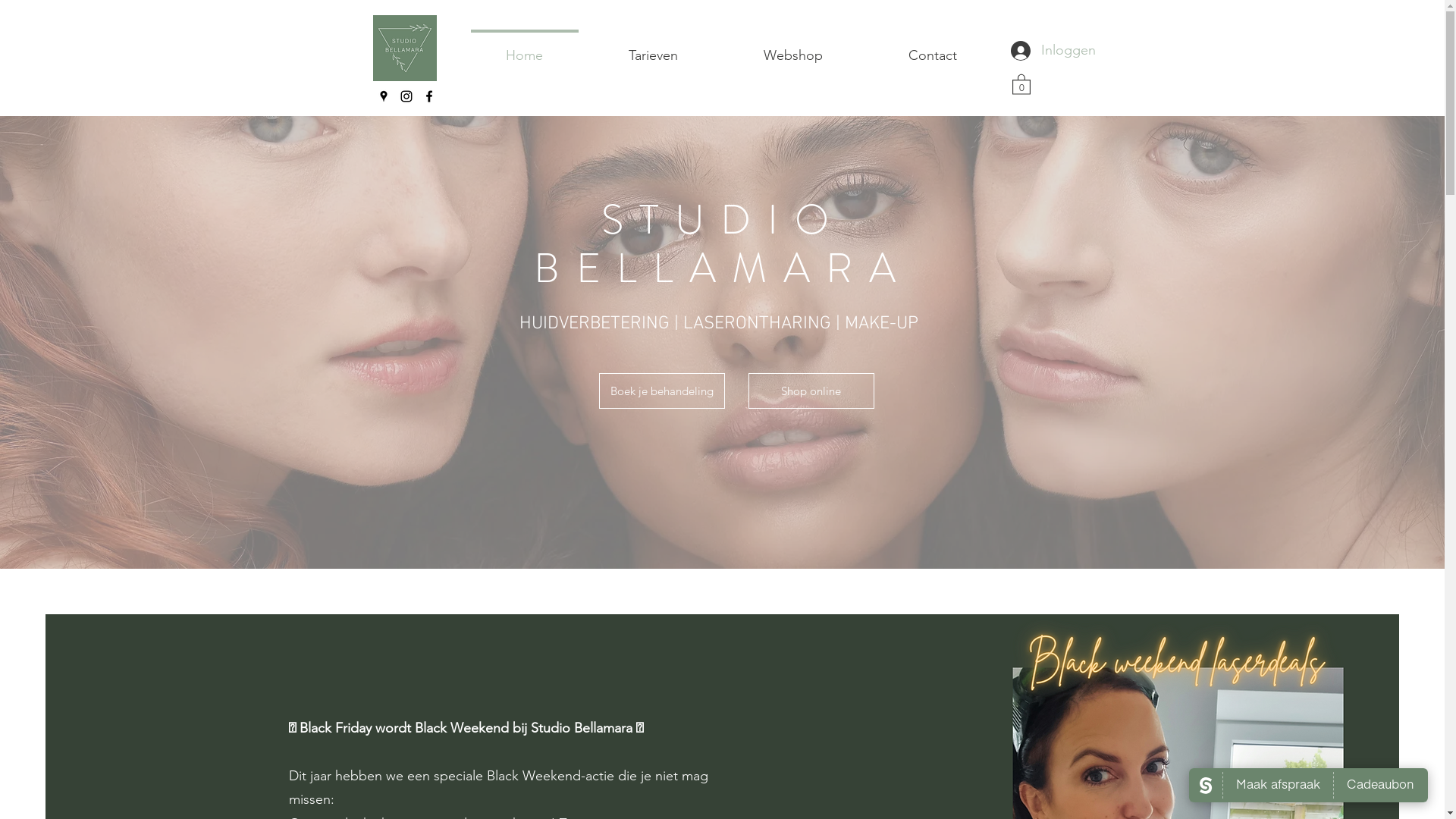  I want to click on 'Inloggen', so click(1030, 49).